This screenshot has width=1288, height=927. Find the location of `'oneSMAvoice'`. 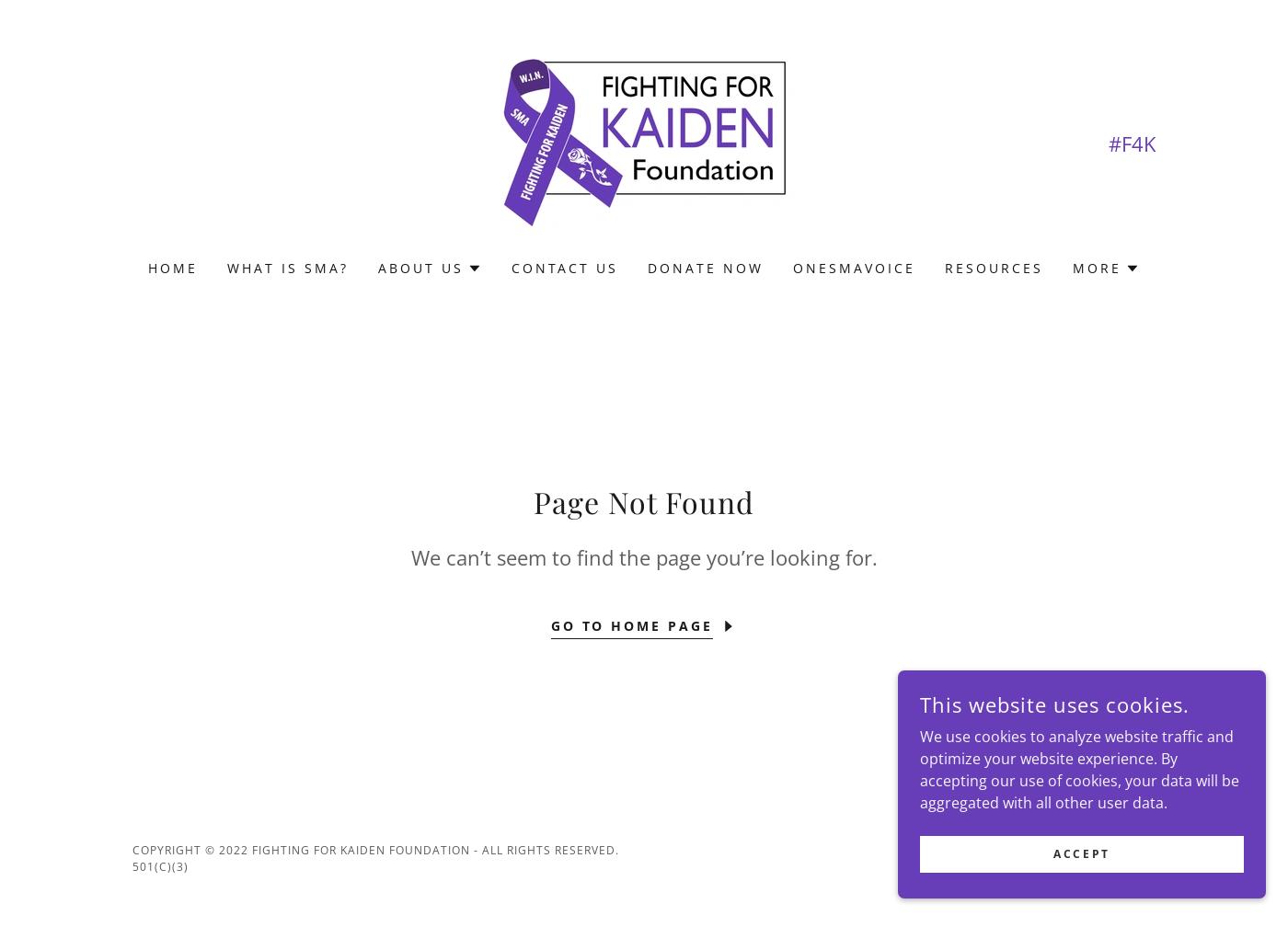

'oneSMAvoice' is located at coordinates (853, 268).